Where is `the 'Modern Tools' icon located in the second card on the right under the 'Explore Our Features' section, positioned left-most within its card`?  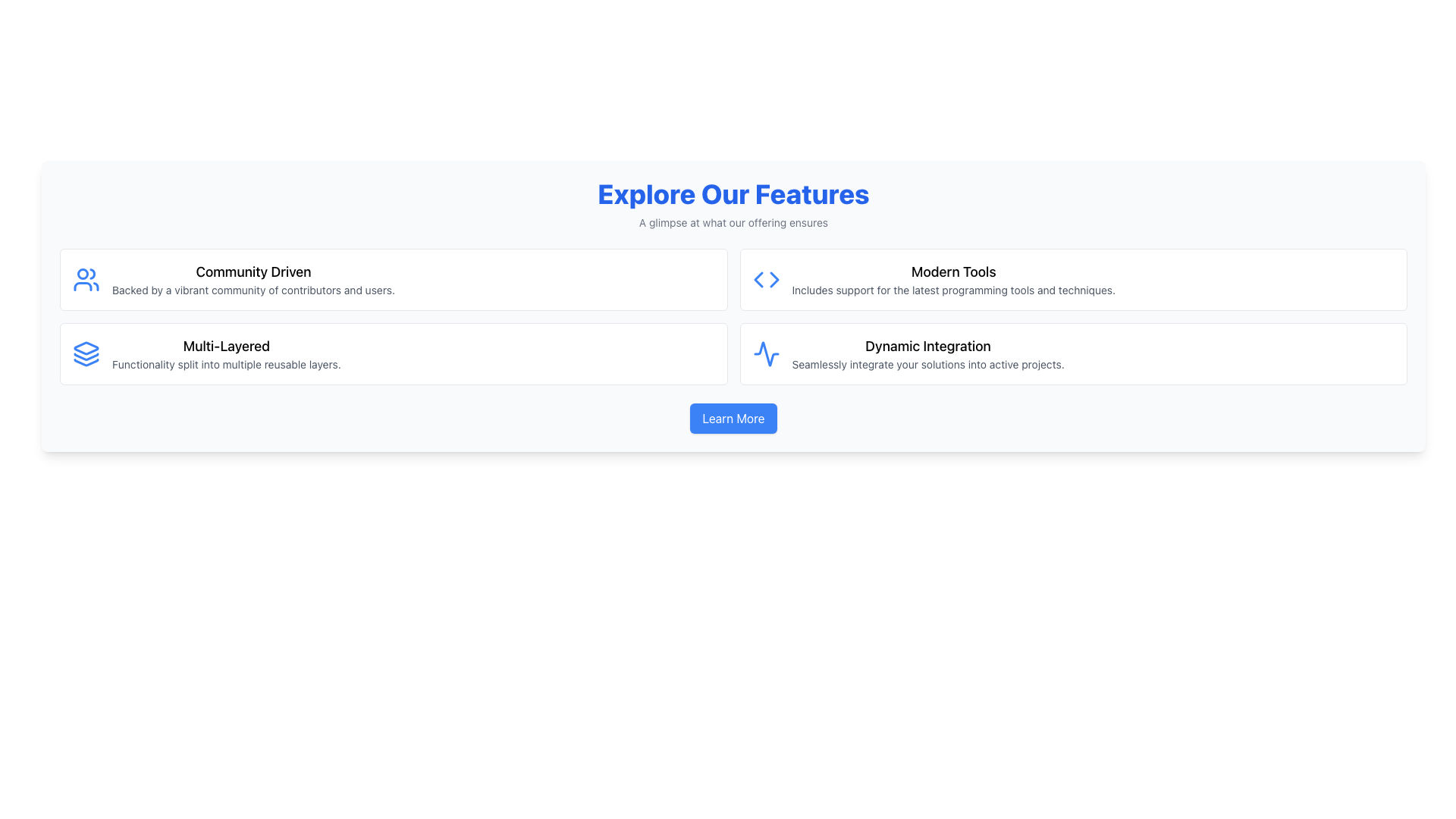
the 'Modern Tools' icon located in the second card on the right under the 'Explore Our Features' section, positioned left-most within its card is located at coordinates (766, 280).